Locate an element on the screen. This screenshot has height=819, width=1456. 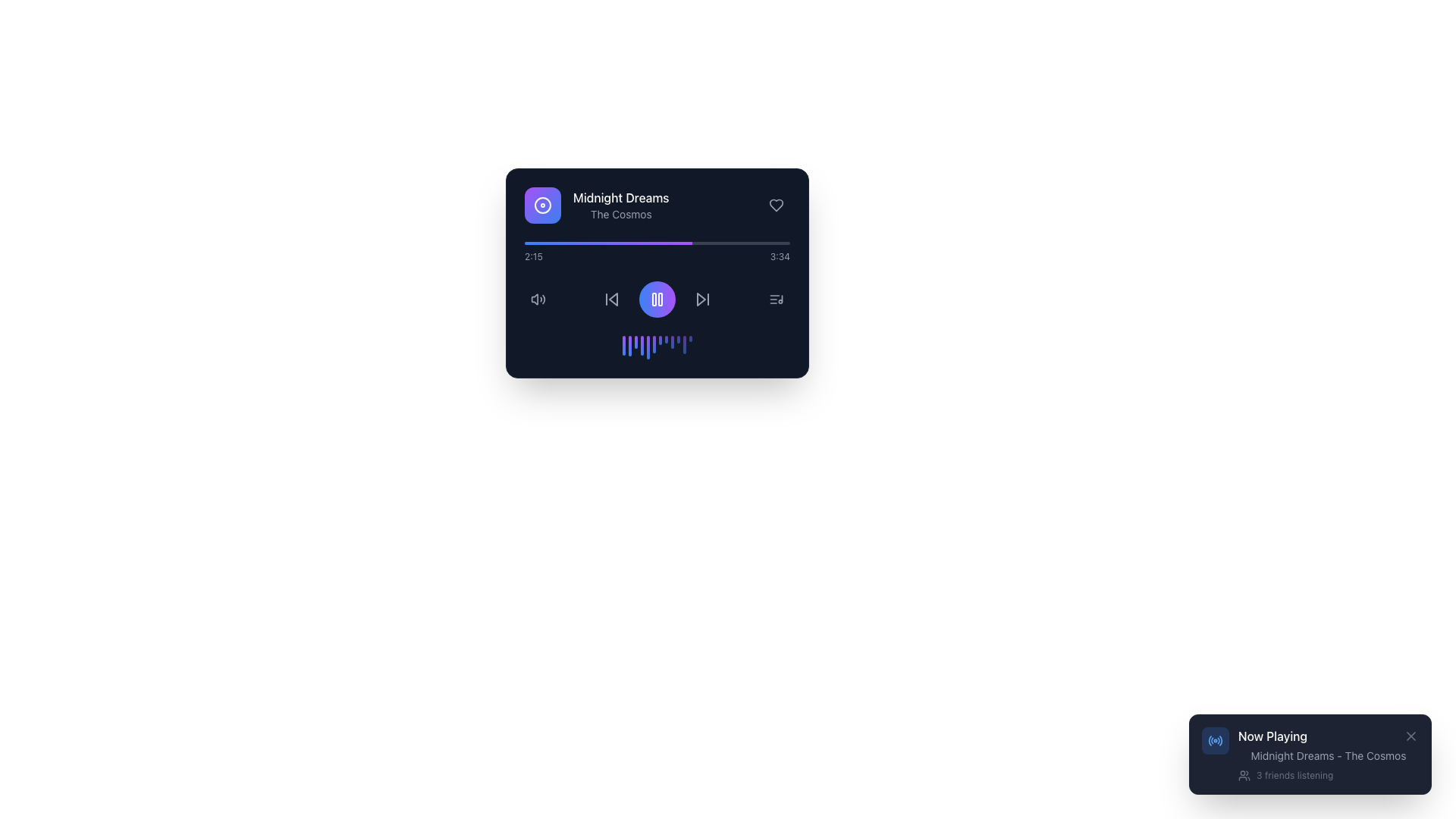
progress is located at coordinates (553, 242).